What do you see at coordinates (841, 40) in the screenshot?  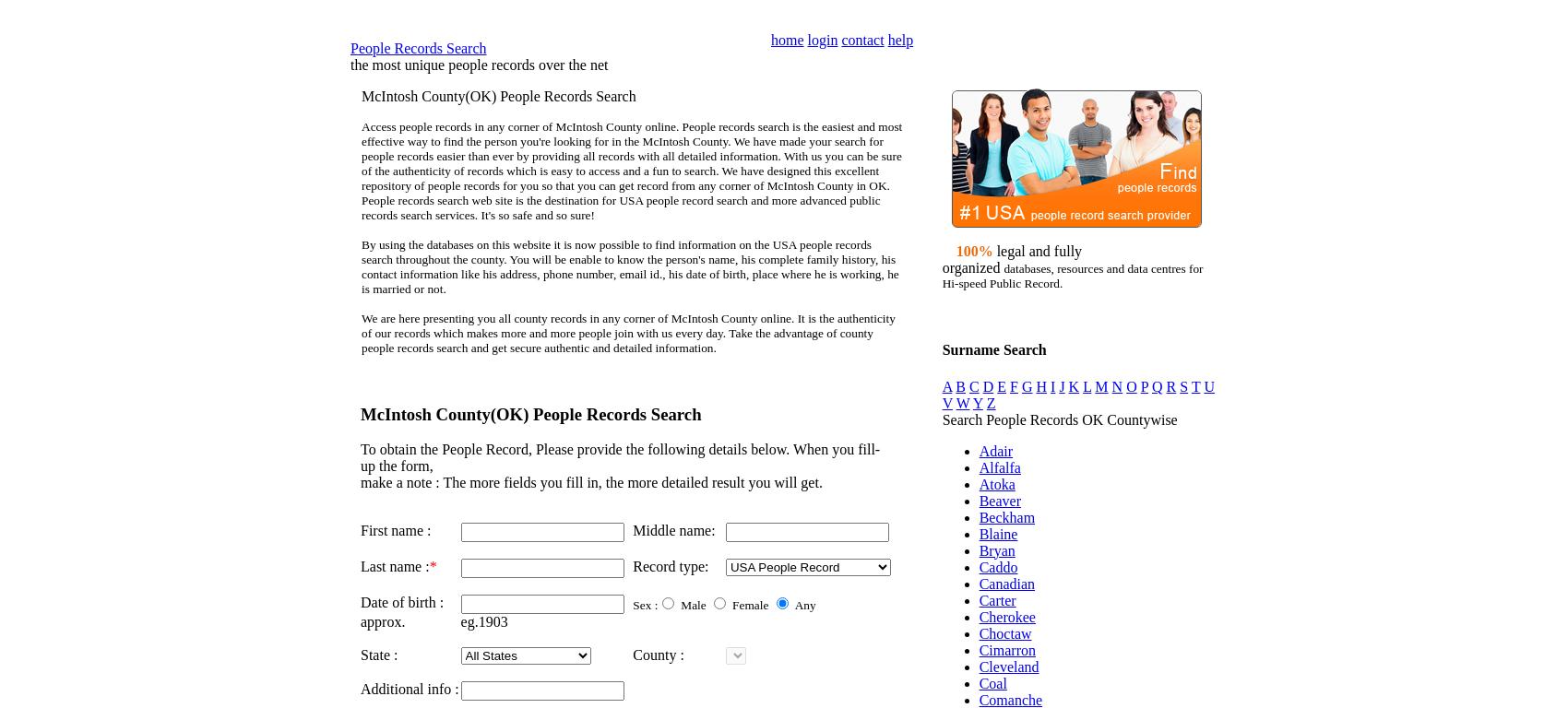 I see `'contact'` at bounding box center [841, 40].